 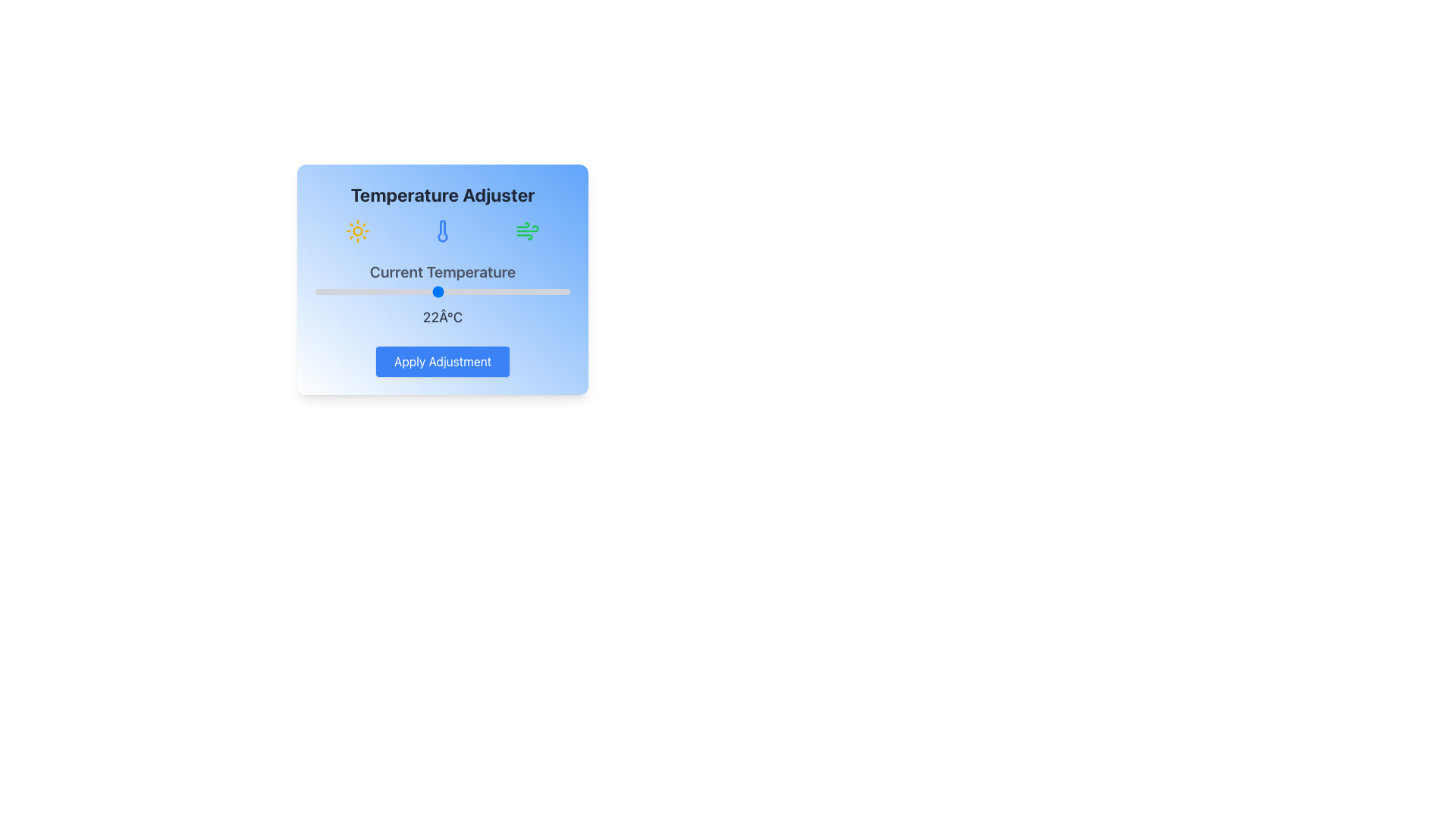 What do you see at coordinates (528, 231) in the screenshot?
I see `the green wind icon located on the right end of the row of icons, which includes a sun icon to the left and a thermometer icon in the middle` at bounding box center [528, 231].